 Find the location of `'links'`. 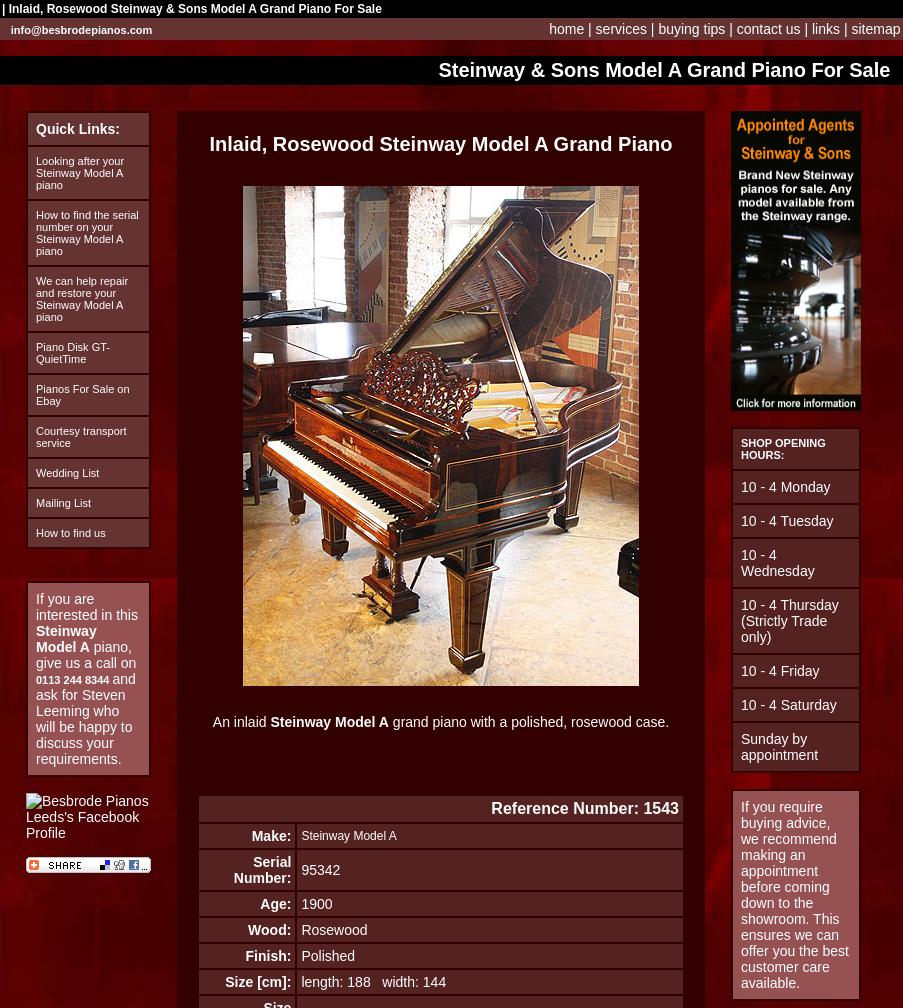

'links' is located at coordinates (824, 29).